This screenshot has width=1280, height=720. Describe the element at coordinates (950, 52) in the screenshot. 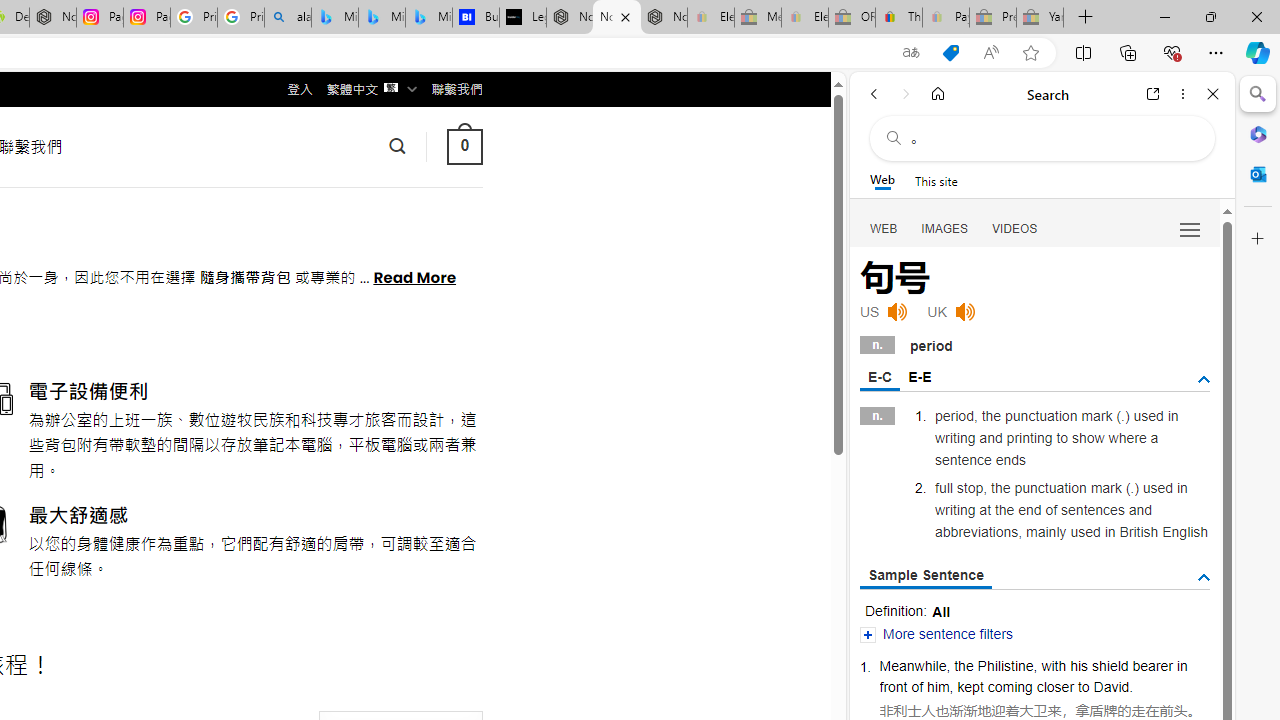

I see `'This site has coupons! Shopping in Microsoft Edge'` at that location.